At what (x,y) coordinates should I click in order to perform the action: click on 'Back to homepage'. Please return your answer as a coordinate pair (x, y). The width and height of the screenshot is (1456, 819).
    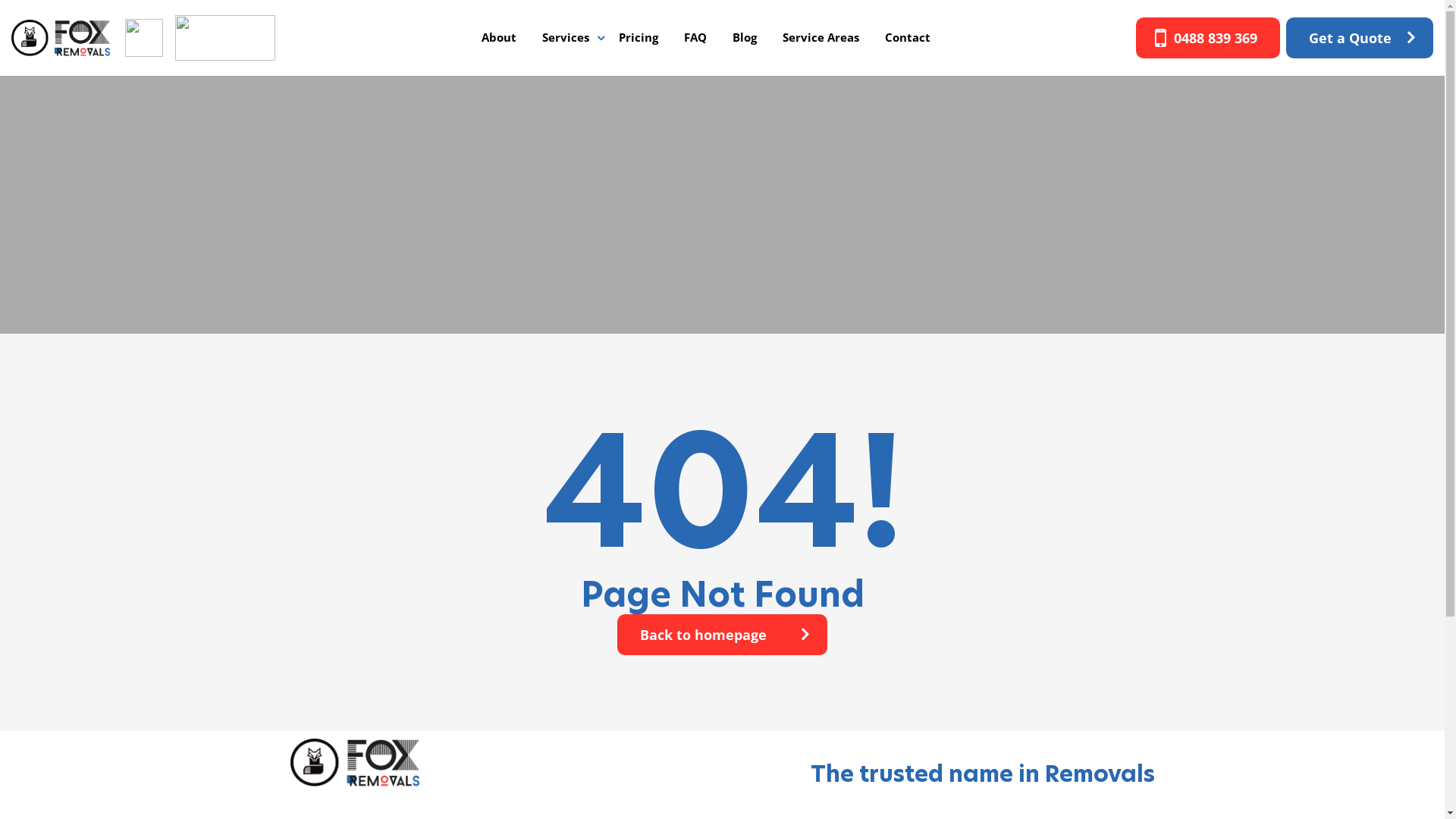
    Looking at the image, I should click on (721, 635).